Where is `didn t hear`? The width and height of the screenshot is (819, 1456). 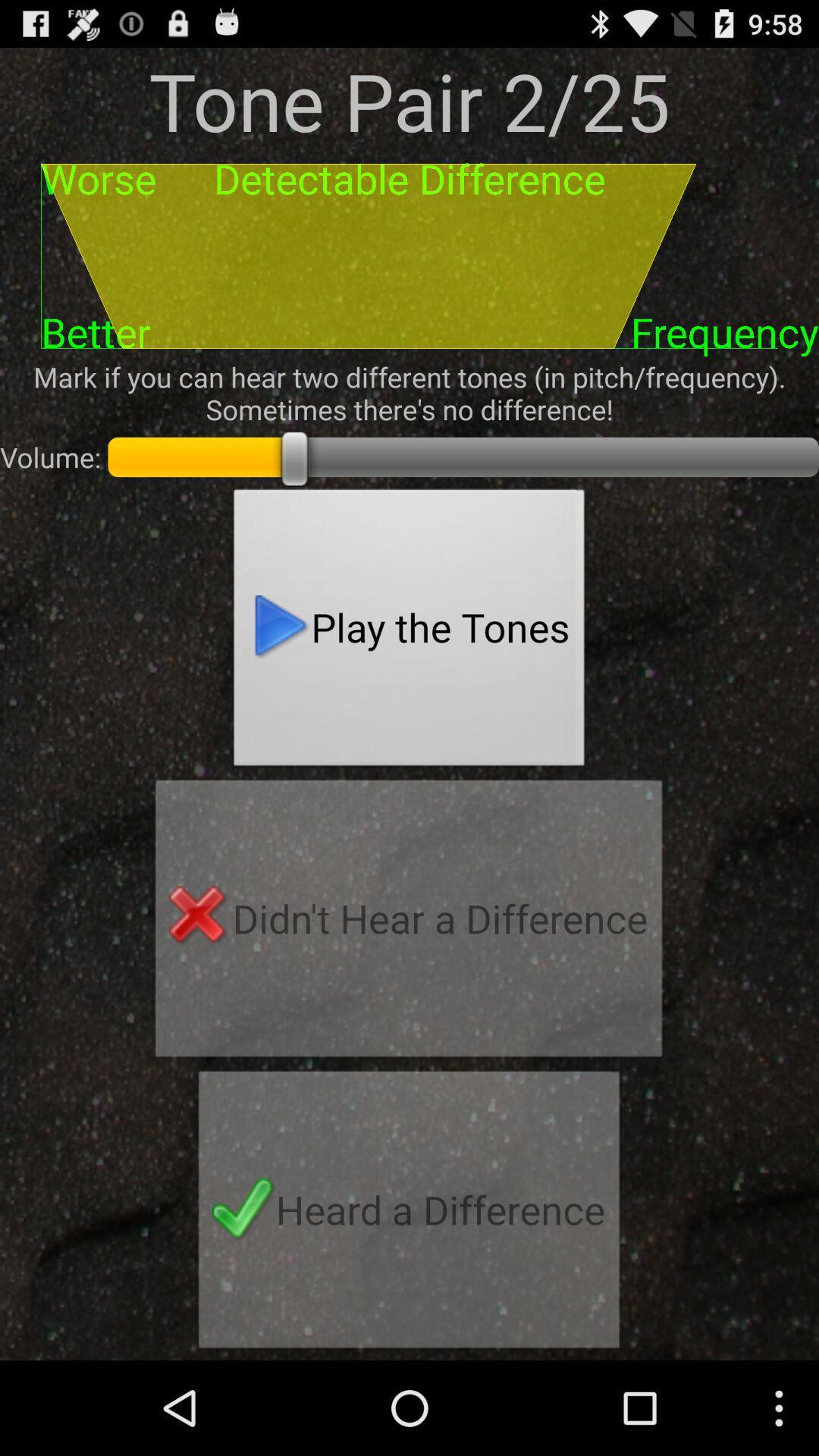
didn t hear is located at coordinates (408, 922).